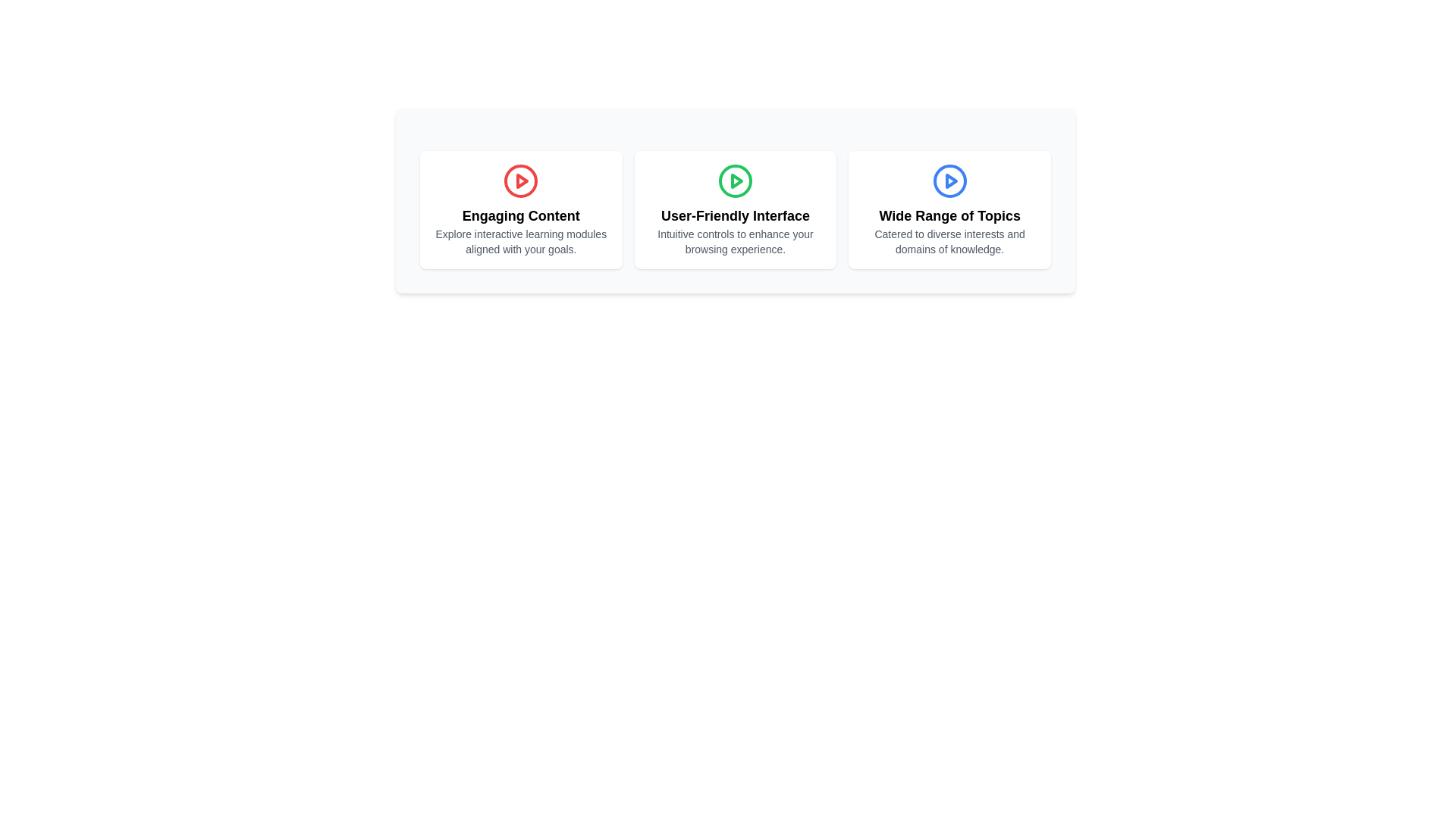 The height and width of the screenshot is (819, 1456). What do you see at coordinates (949, 180) in the screenshot?
I see `the Icon button located at the top-center of the 'Wide Range of Topics' content card to initiate playback` at bounding box center [949, 180].